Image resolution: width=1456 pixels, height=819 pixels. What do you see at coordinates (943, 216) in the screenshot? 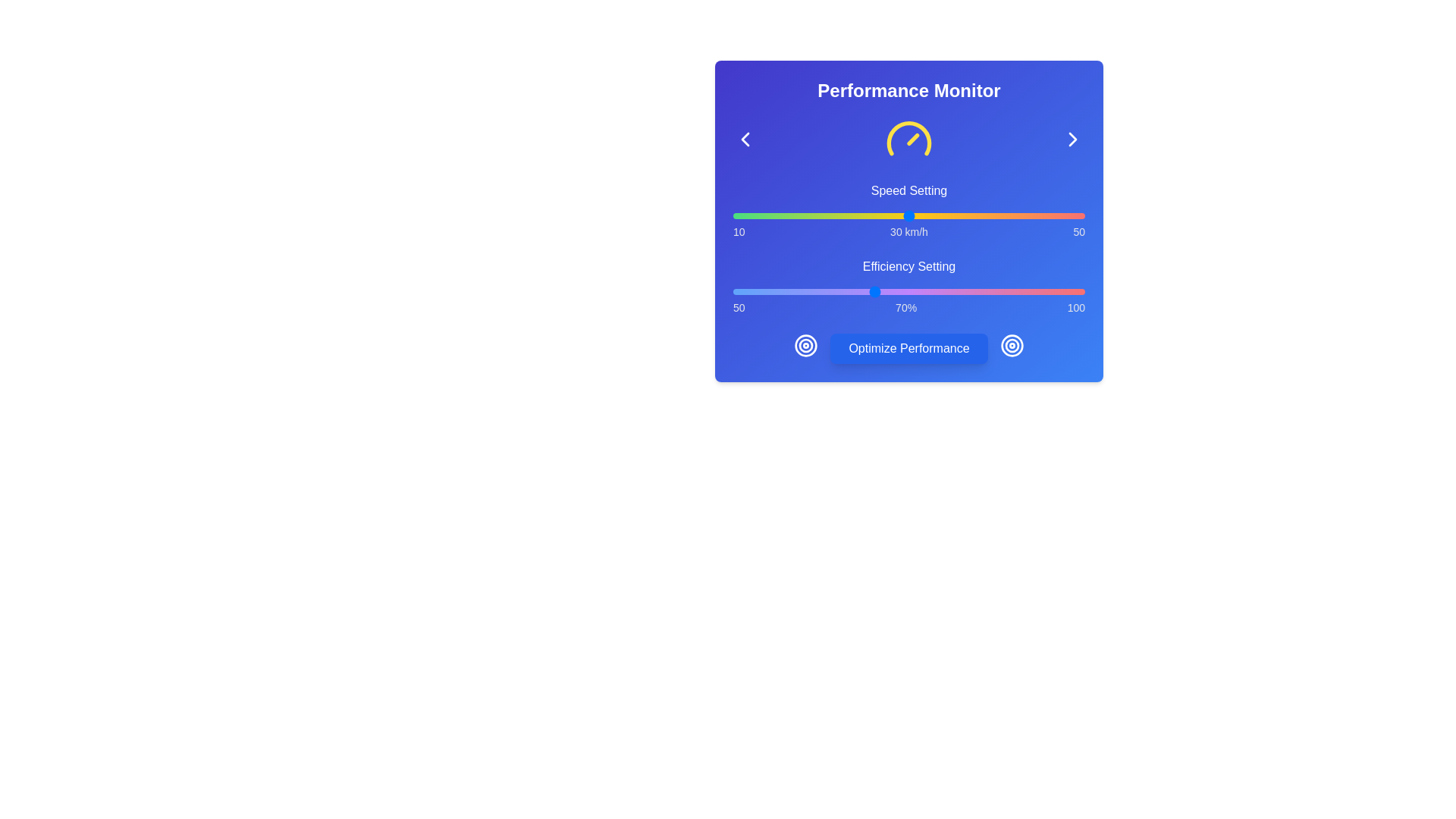
I see `the speed setting to 34 km/h by interacting with the slider` at bounding box center [943, 216].